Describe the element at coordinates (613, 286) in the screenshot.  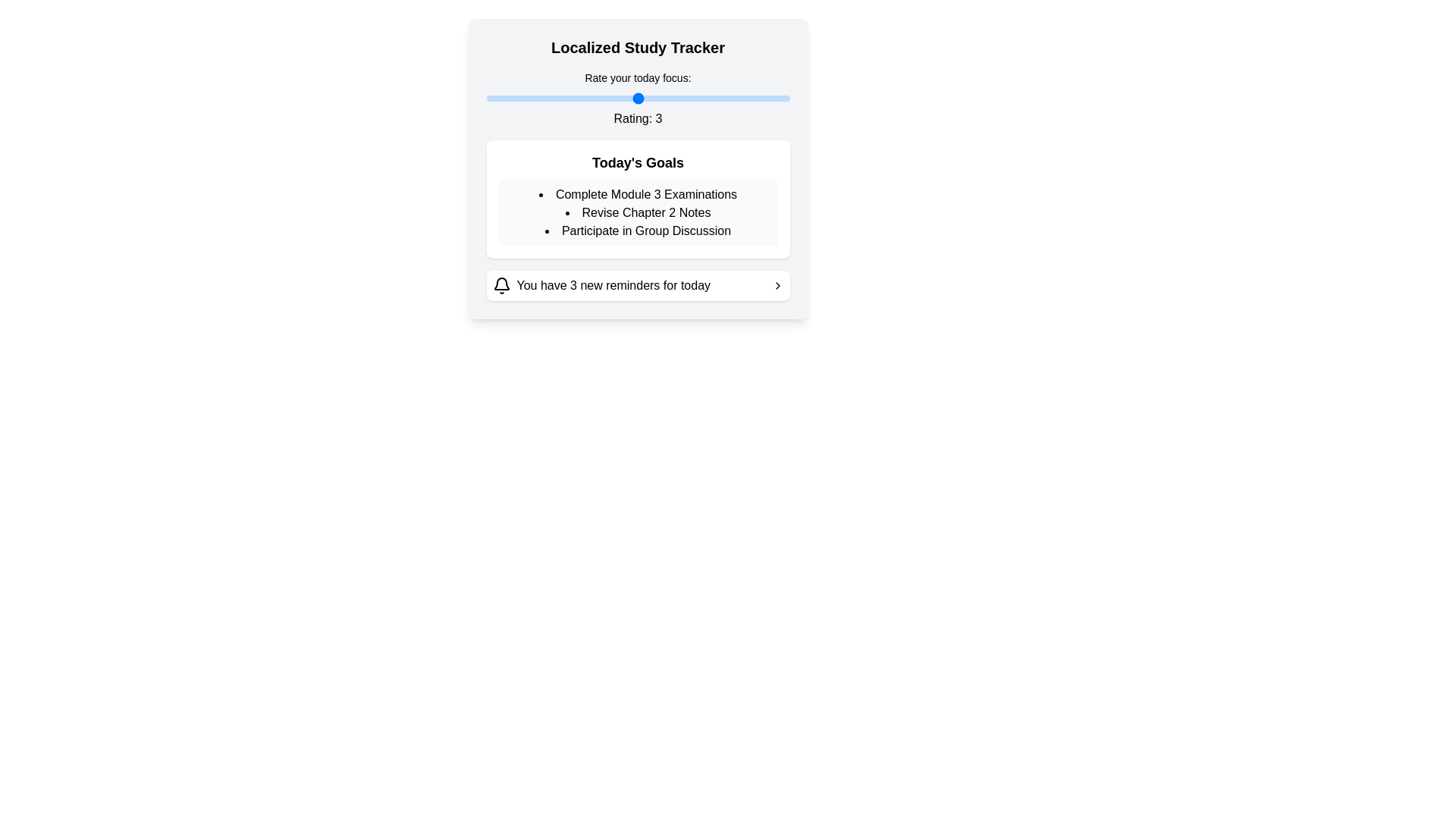
I see `the notification message Text Label located centrally within a white box at the bottom of the main card, positioned between the bell icon and the chevron icon` at that location.